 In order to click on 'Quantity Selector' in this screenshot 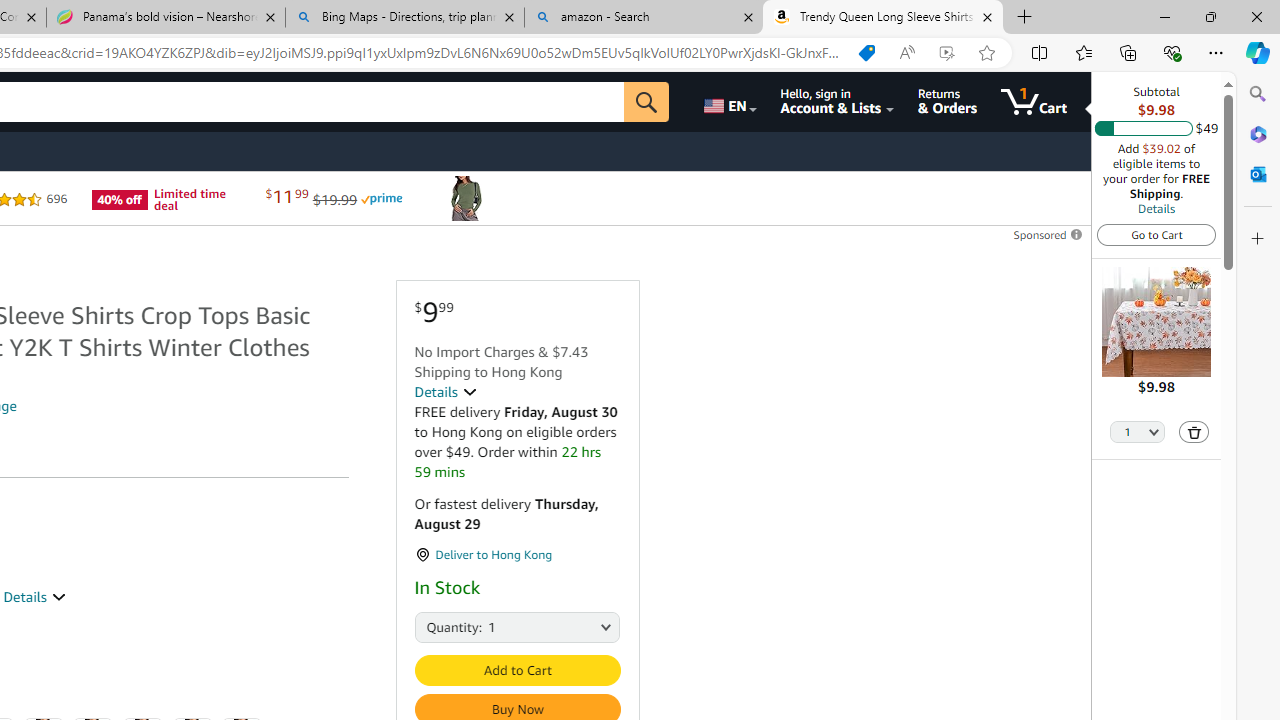, I will do `click(1137, 432)`.